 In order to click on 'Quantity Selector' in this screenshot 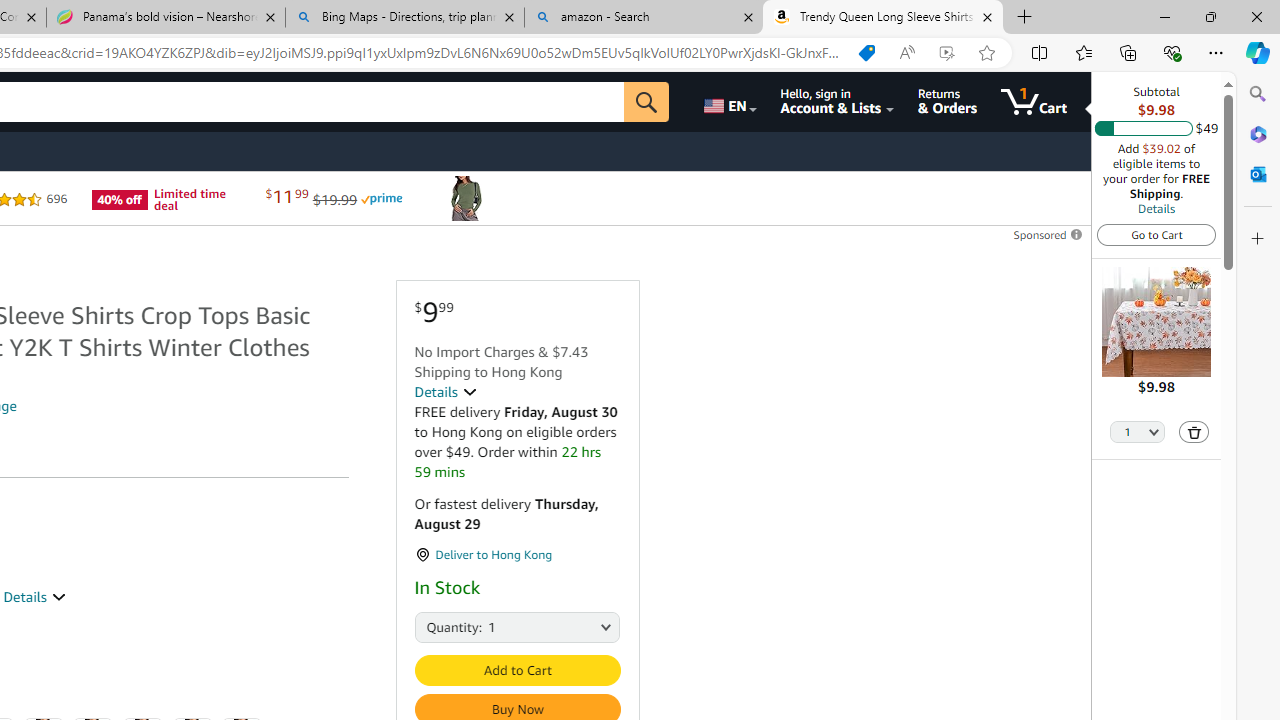, I will do `click(1137, 432)`.